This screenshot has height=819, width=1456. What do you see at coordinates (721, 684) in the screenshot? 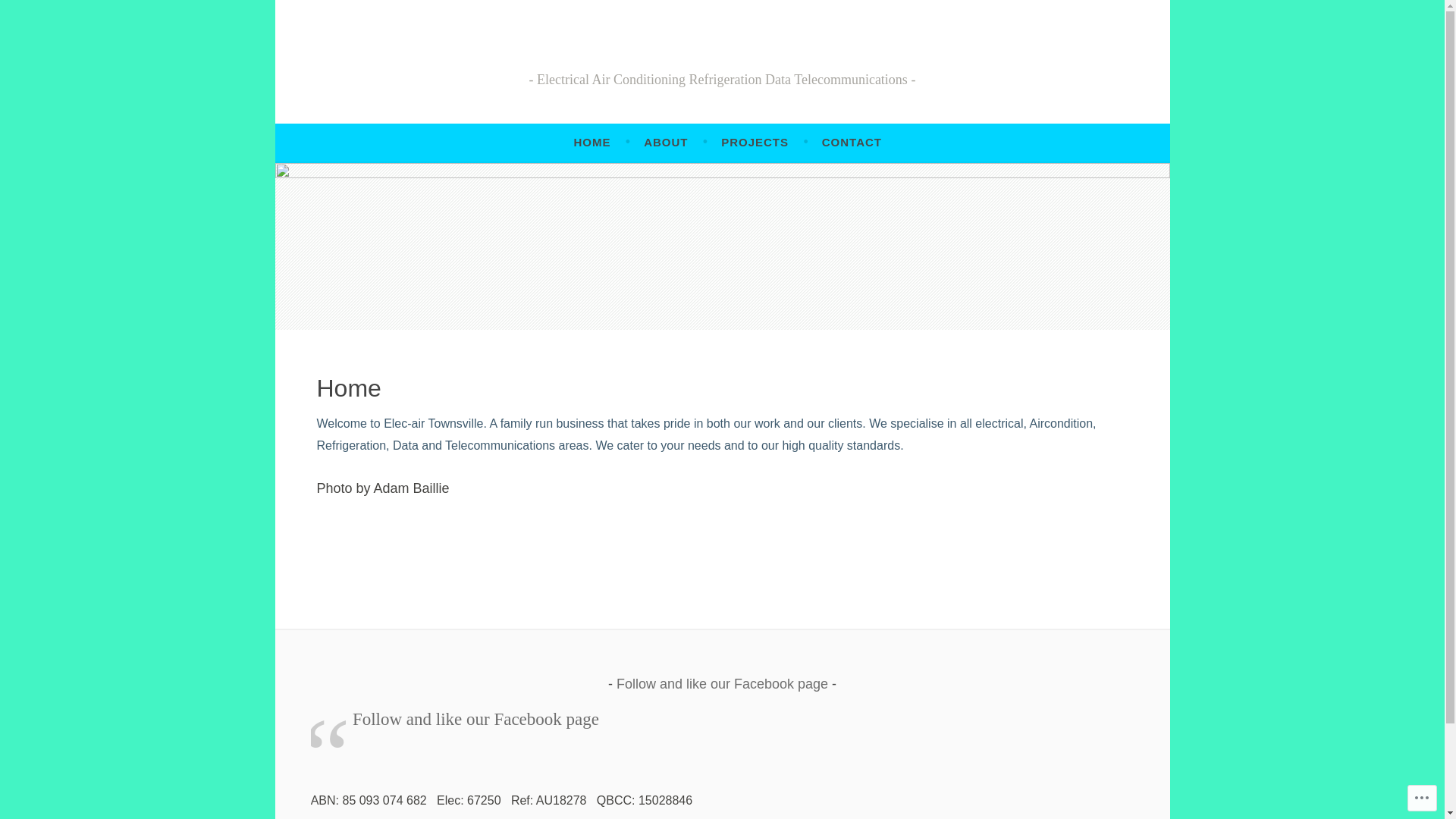
I see `'Follow and like our Facebook page'` at bounding box center [721, 684].